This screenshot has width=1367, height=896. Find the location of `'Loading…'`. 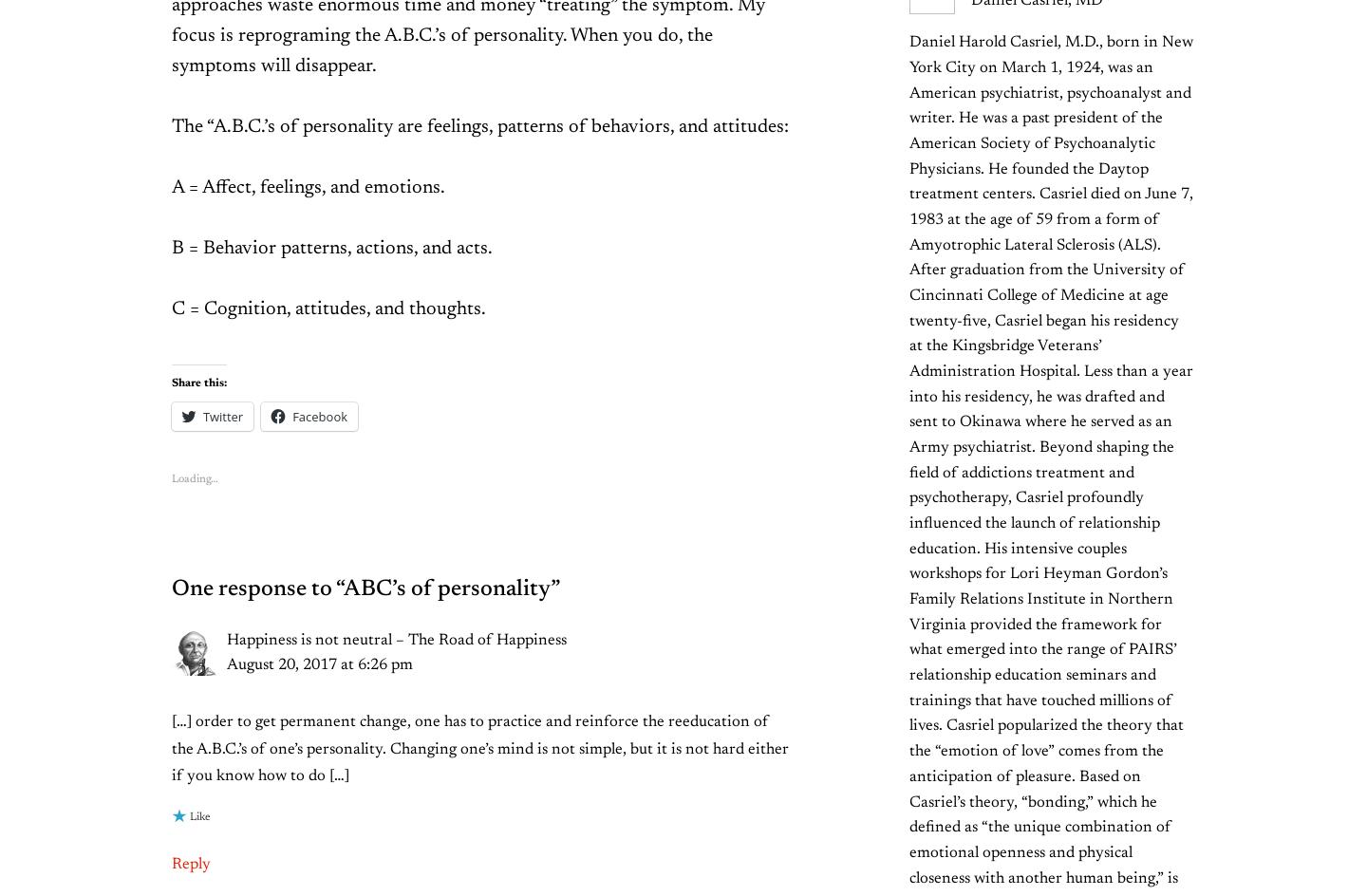

'Loading…' is located at coordinates (172, 479).